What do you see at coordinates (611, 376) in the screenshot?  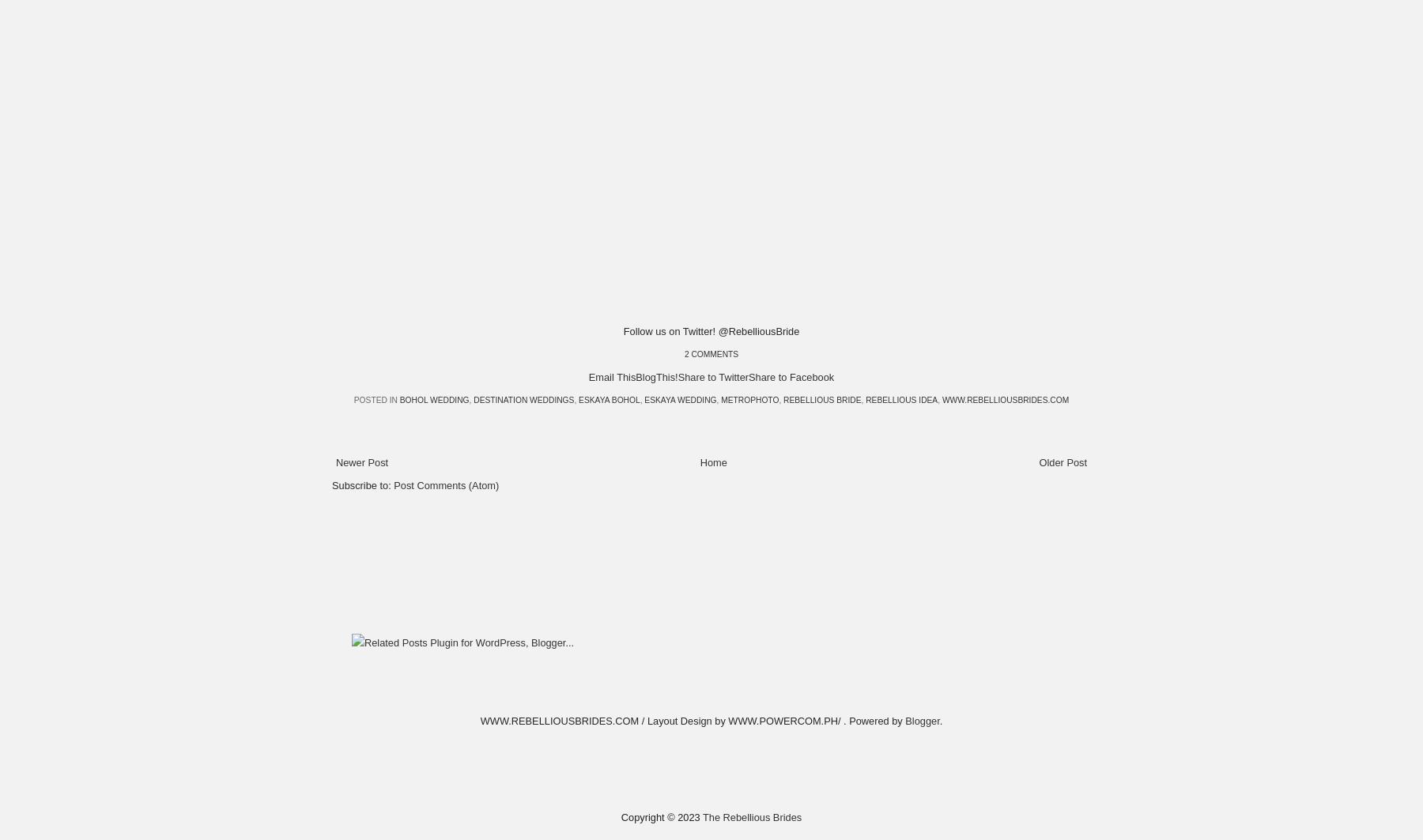 I see `'Email This'` at bounding box center [611, 376].